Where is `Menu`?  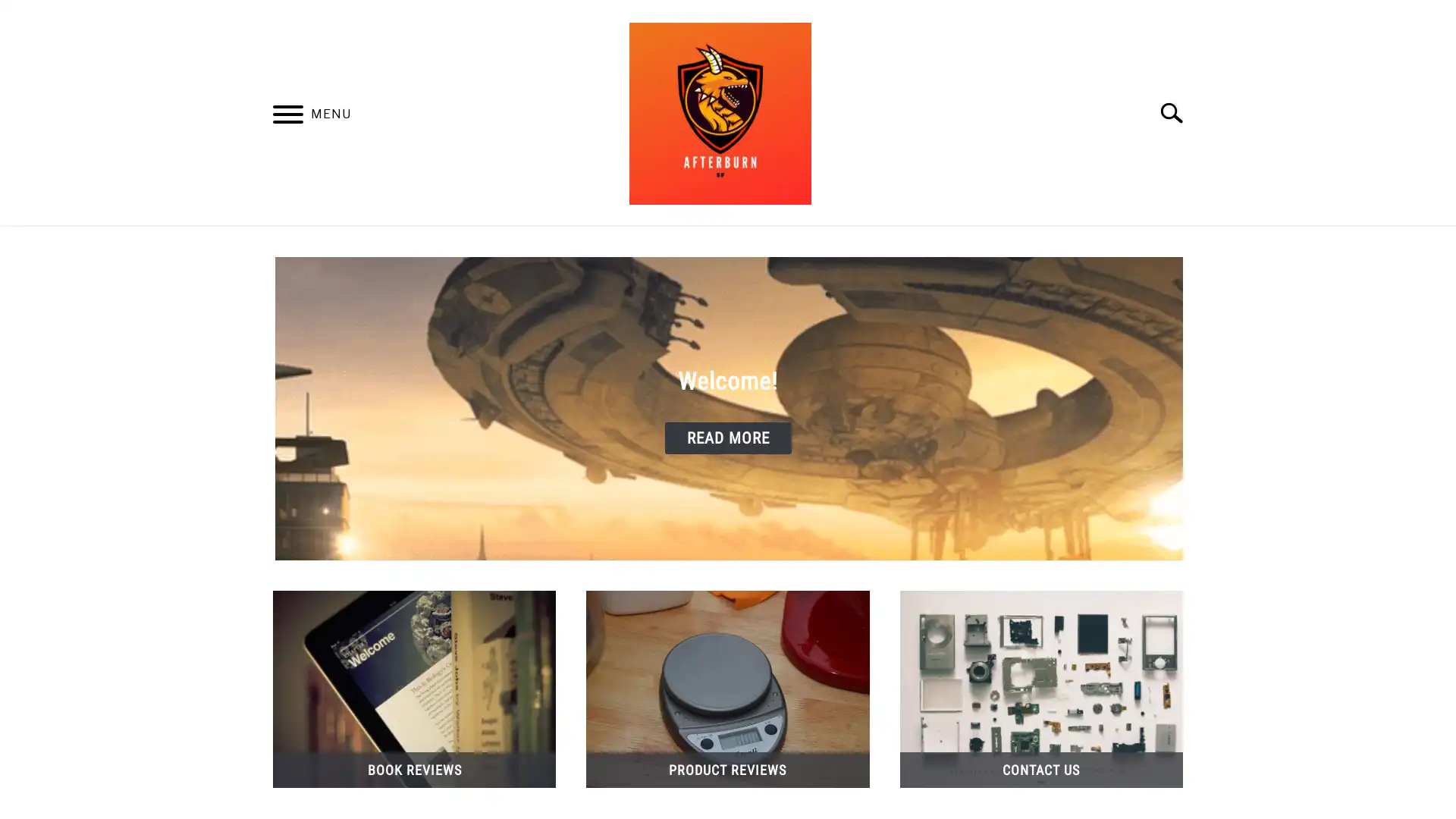
Menu is located at coordinates (287, 115).